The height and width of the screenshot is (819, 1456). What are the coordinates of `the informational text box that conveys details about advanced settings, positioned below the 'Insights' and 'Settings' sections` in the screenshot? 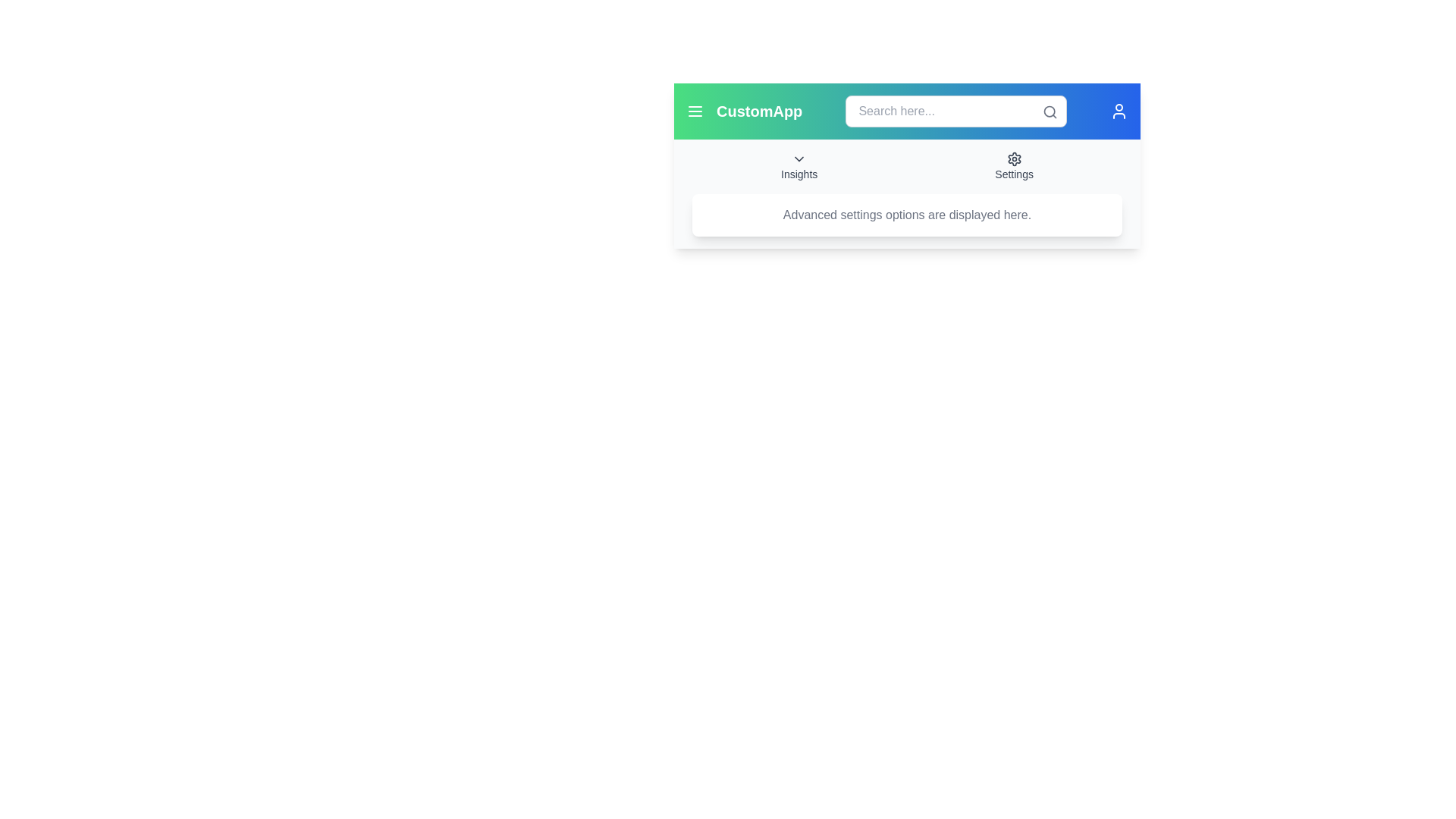 It's located at (907, 215).